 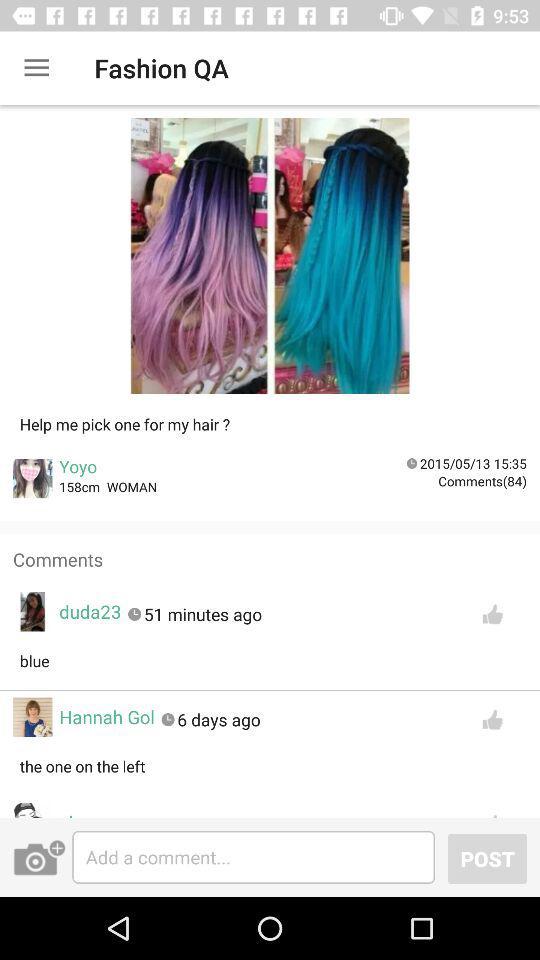 What do you see at coordinates (39, 856) in the screenshot?
I see `open camera` at bounding box center [39, 856].